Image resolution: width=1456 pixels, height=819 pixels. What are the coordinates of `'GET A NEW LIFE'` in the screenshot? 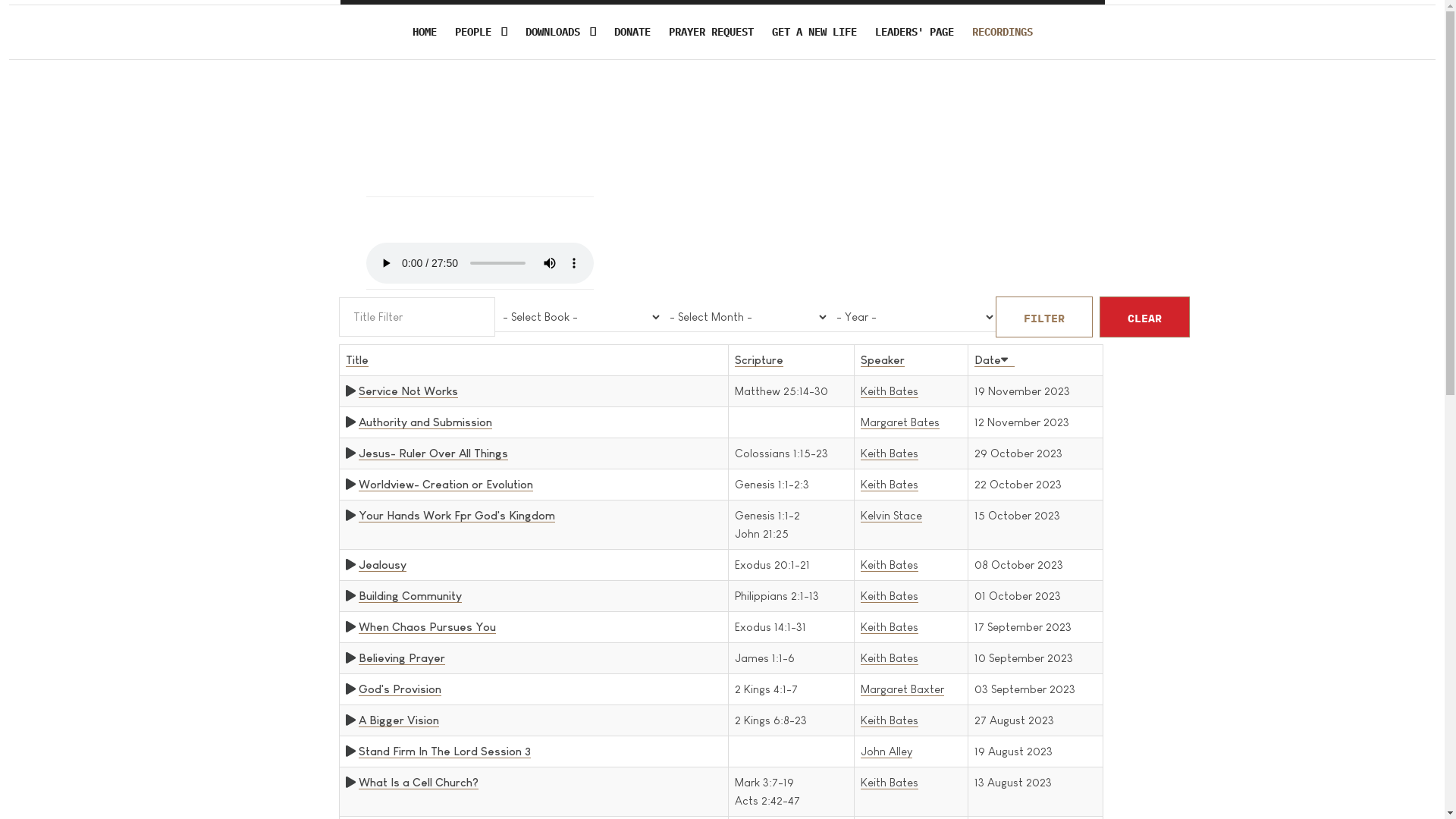 It's located at (814, 32).